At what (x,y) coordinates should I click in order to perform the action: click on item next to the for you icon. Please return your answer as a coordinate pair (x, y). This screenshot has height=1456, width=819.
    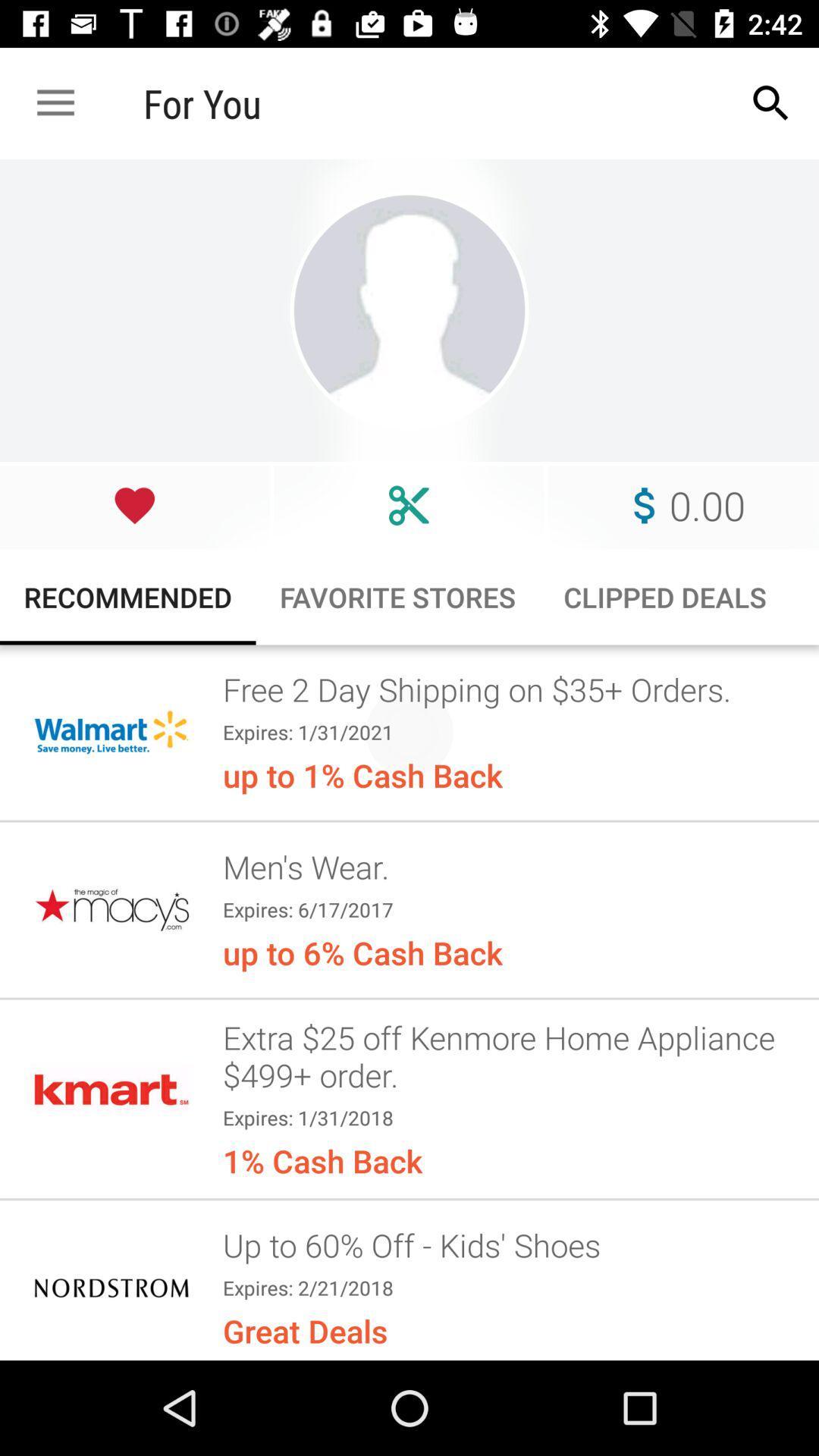
    Looking at the image, I should click on (771, 102).